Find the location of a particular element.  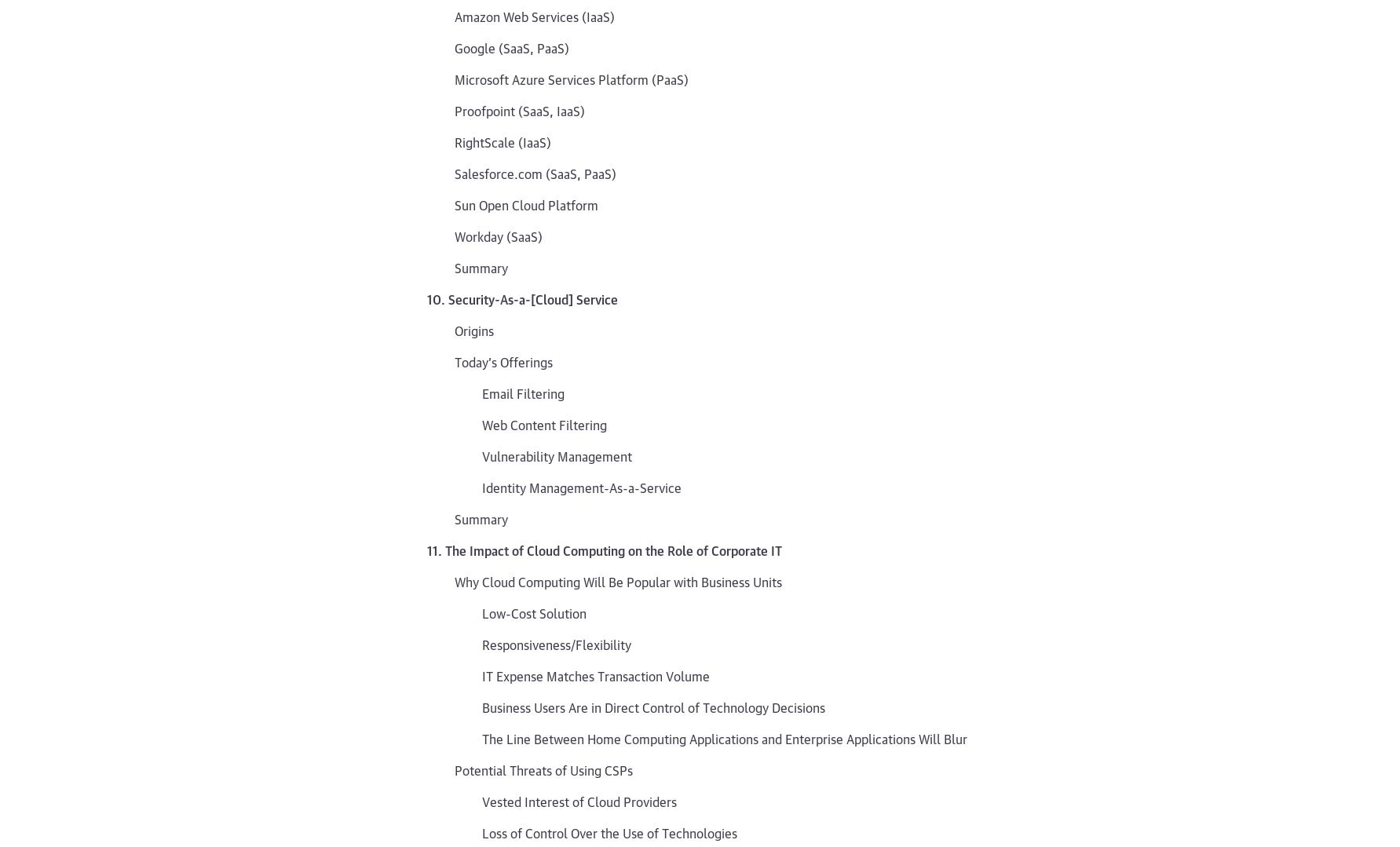

'Email Filtering' is located at coordinates (523, 392).